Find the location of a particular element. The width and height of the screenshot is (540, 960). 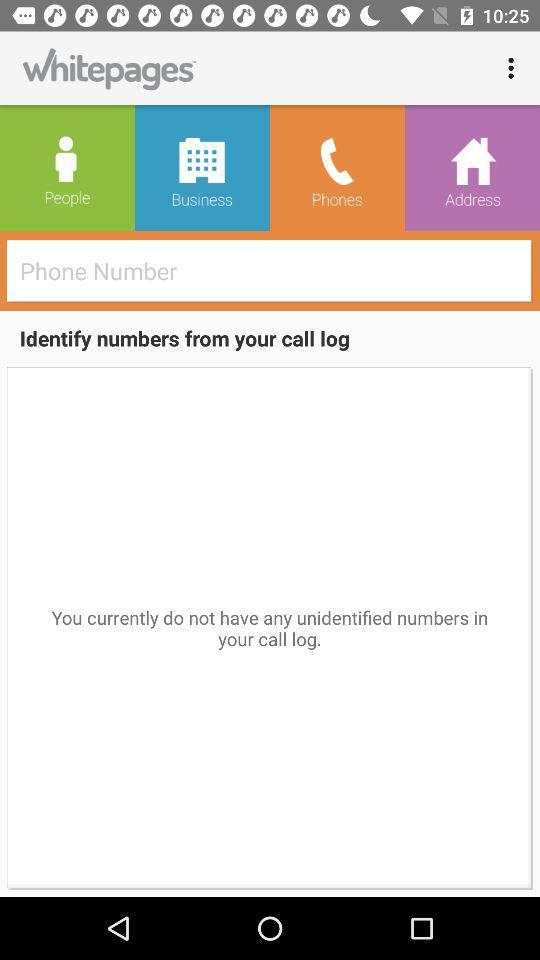

the item above the identify numbers from icon is located at coordinates (275, 269).